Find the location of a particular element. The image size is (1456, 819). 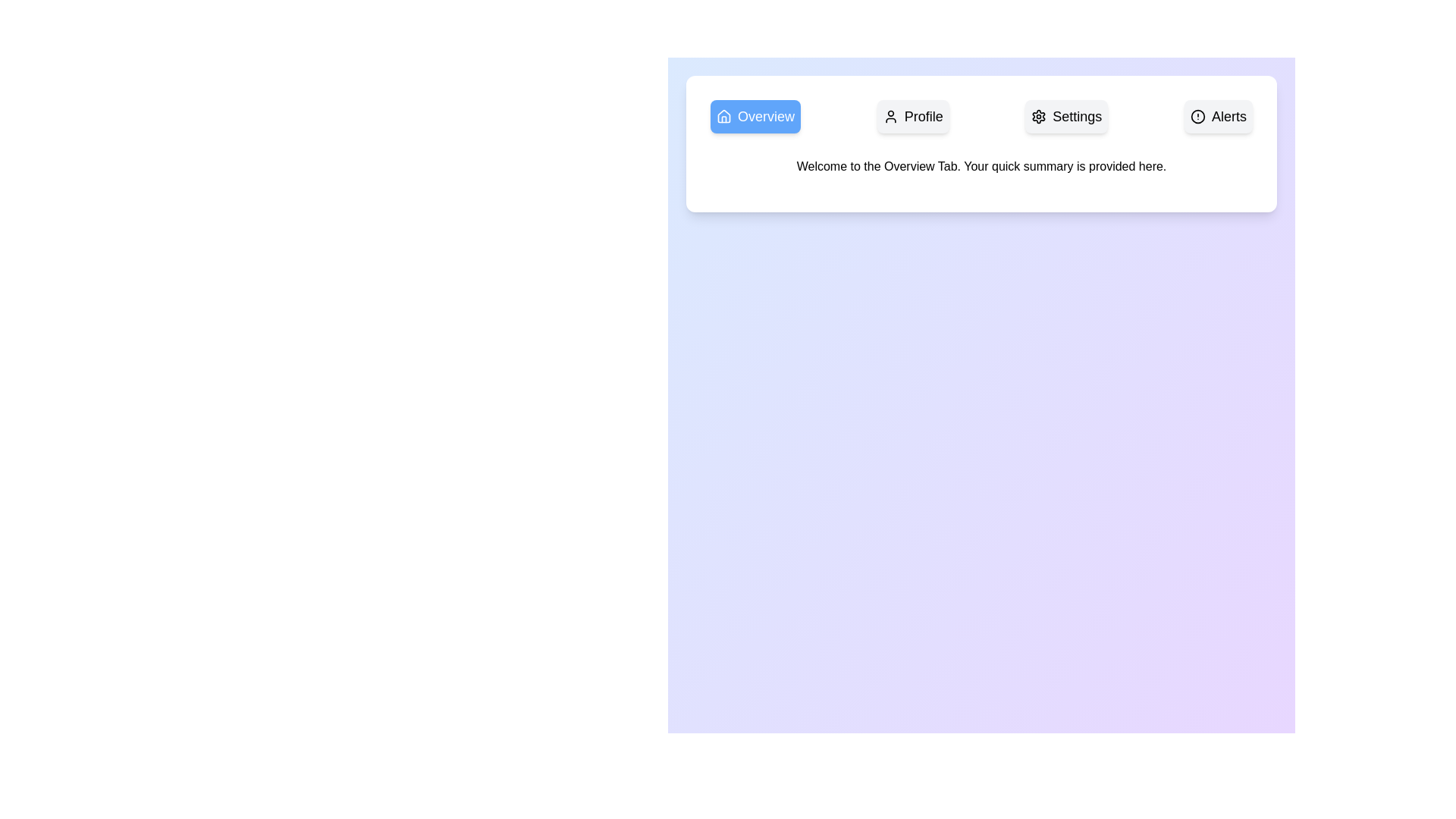

the 'Profile' text label, which is displayed in black font and located centrally within the navigation bar, positioned to the right of the 'Overview' button and to the left of the 'Settings' button is located at coordinates (923, 116).